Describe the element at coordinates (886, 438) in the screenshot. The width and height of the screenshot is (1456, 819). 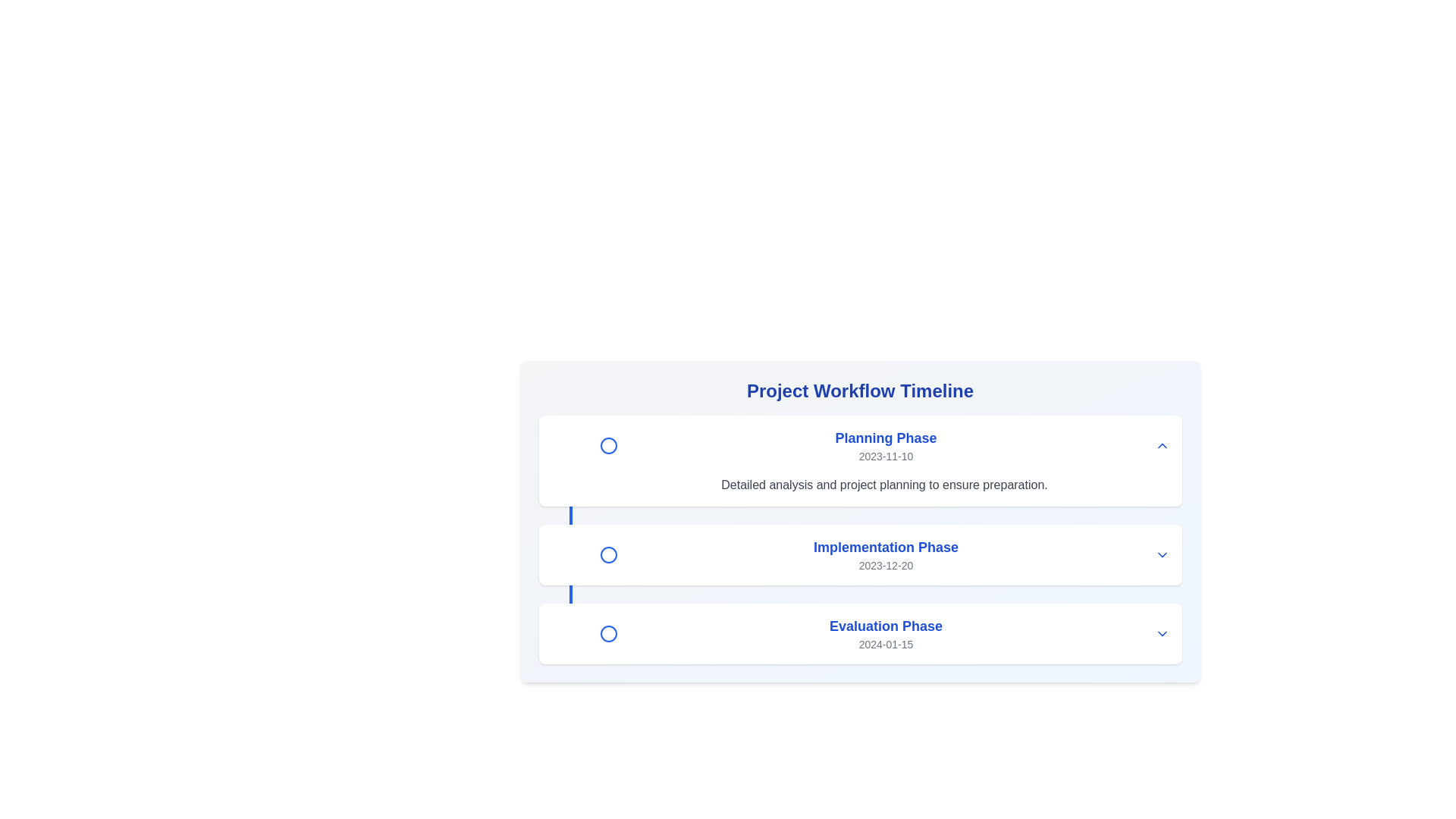
I see `the text element labeled 'Planning Phase' at the top of the workflow timeline` at that location.